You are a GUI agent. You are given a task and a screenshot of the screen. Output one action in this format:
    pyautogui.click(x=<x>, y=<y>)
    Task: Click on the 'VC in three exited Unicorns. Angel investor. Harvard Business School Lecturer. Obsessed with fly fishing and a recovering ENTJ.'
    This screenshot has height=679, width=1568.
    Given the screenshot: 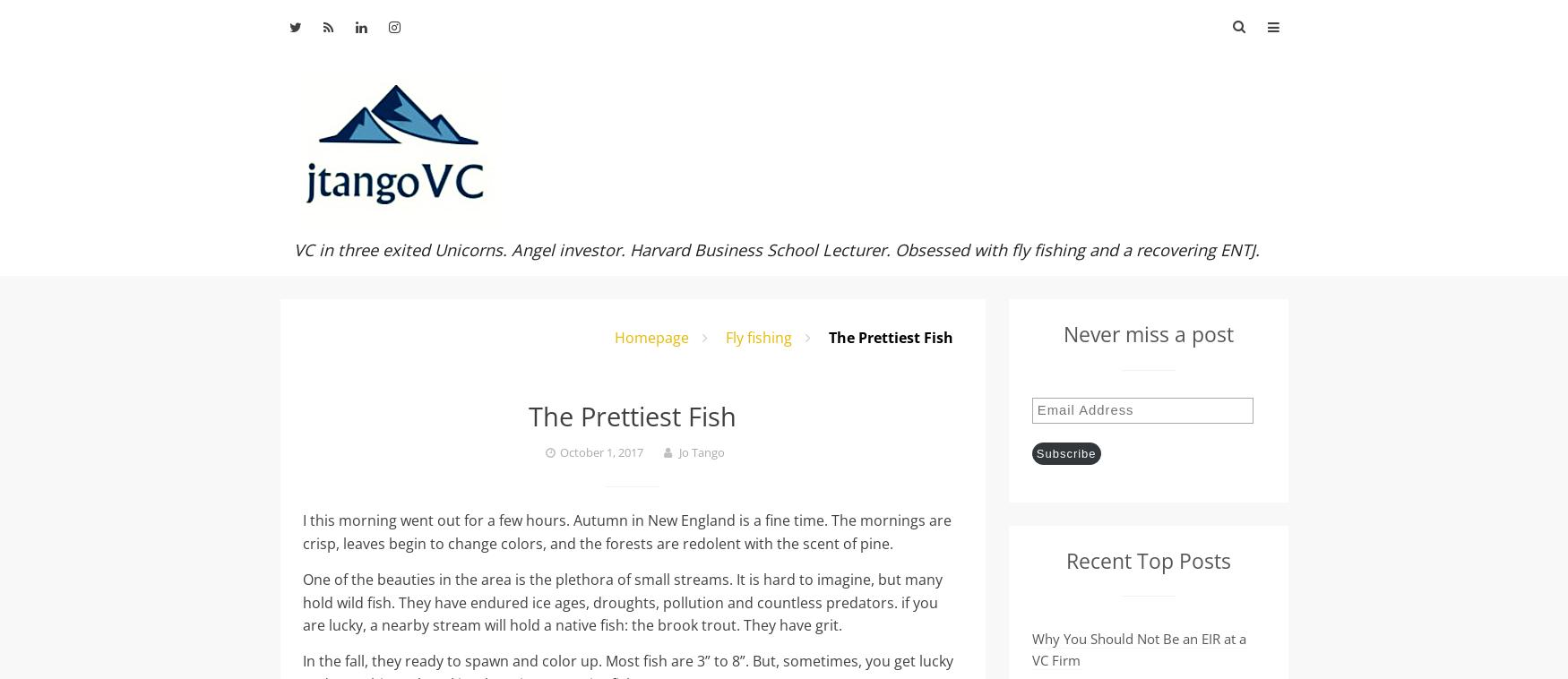 What is the action you would take?
    pyautogui.click(x=776, y=248)
    